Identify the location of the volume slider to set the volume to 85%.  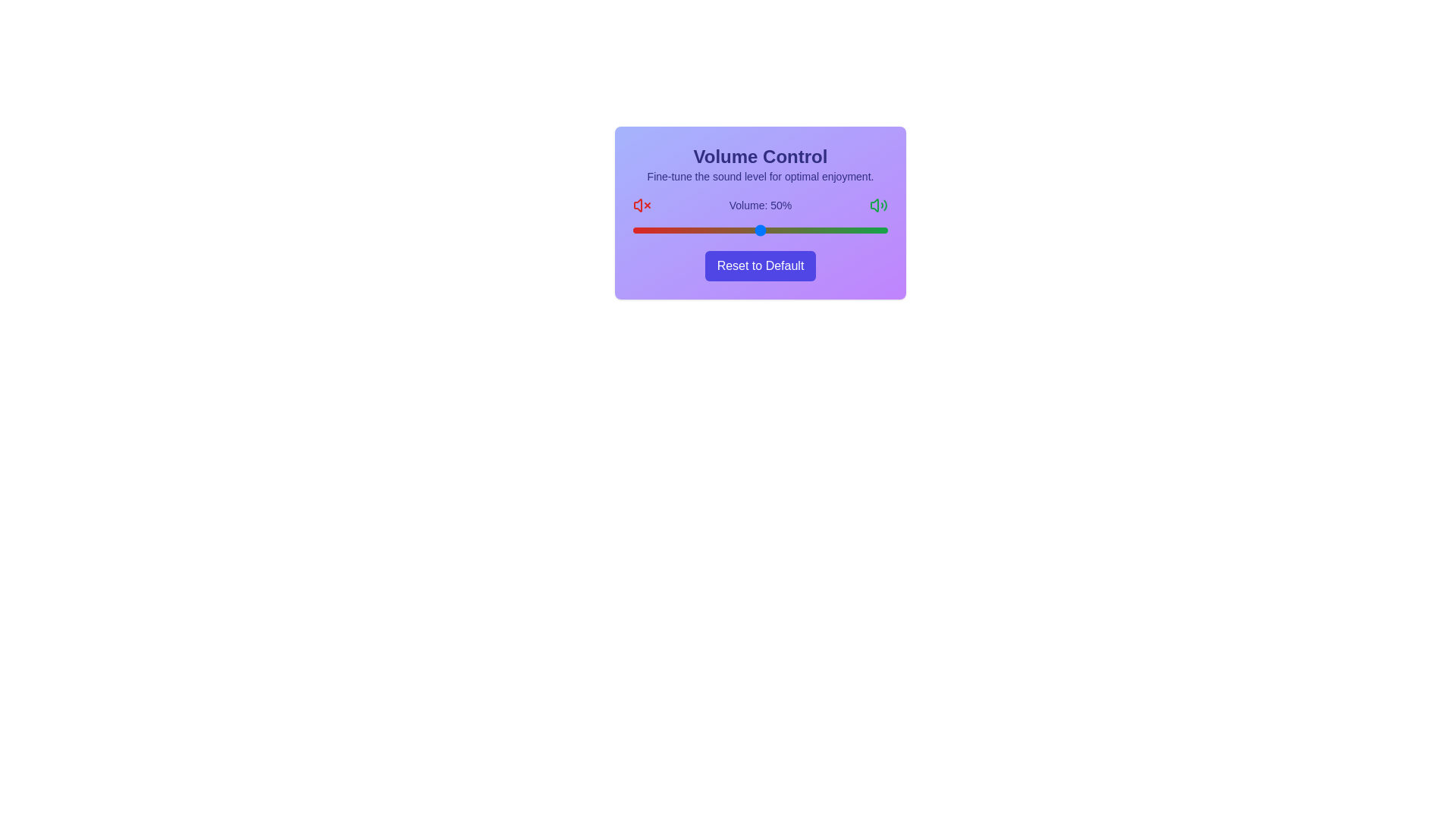
(849, 231).